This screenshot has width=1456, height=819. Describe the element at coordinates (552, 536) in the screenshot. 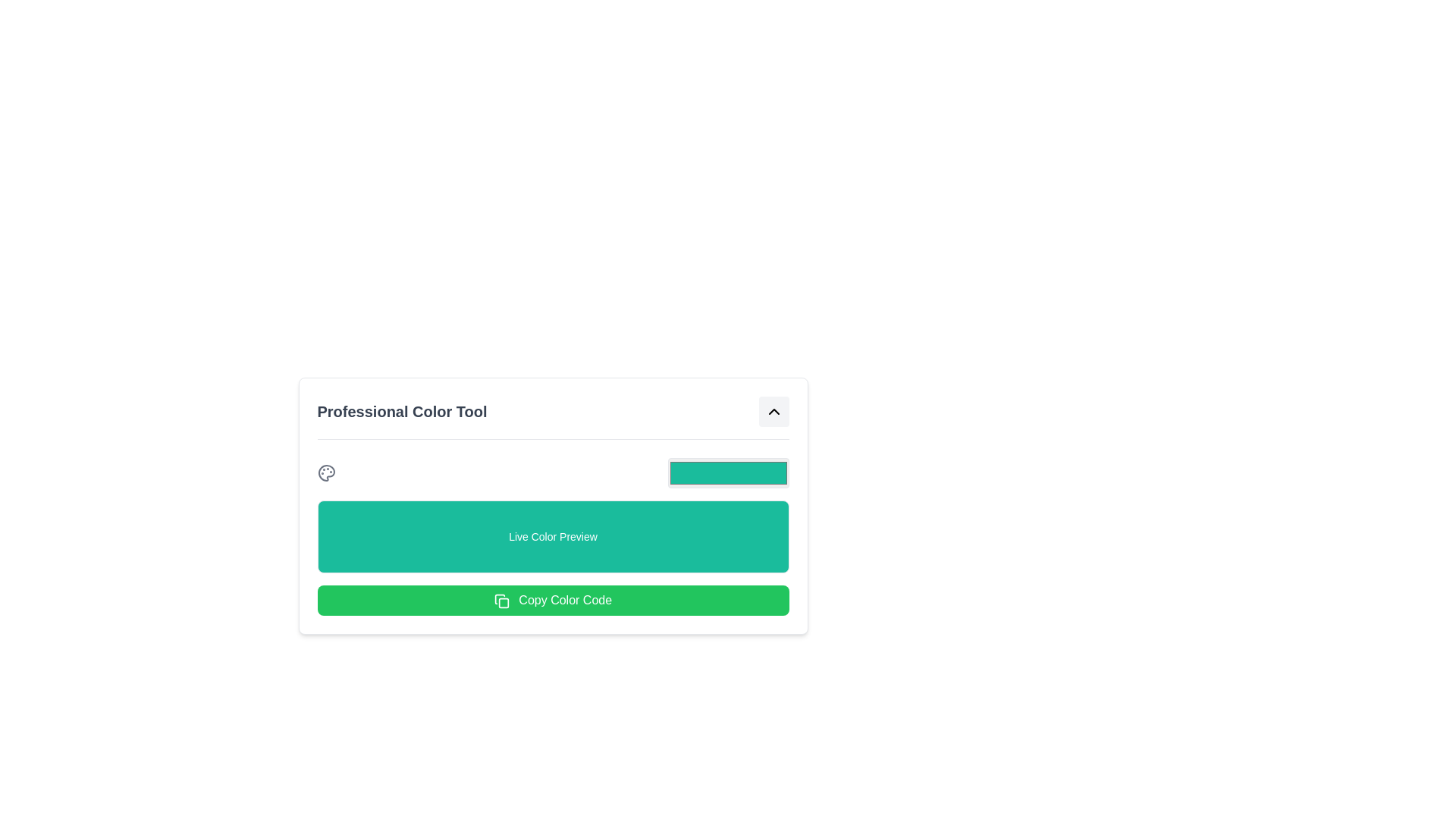

I see `the color preview displayed in the central rectangular section with a green background and the text 'Live Color Preview' located in the 'Professional Color Tool' panel` at that location.